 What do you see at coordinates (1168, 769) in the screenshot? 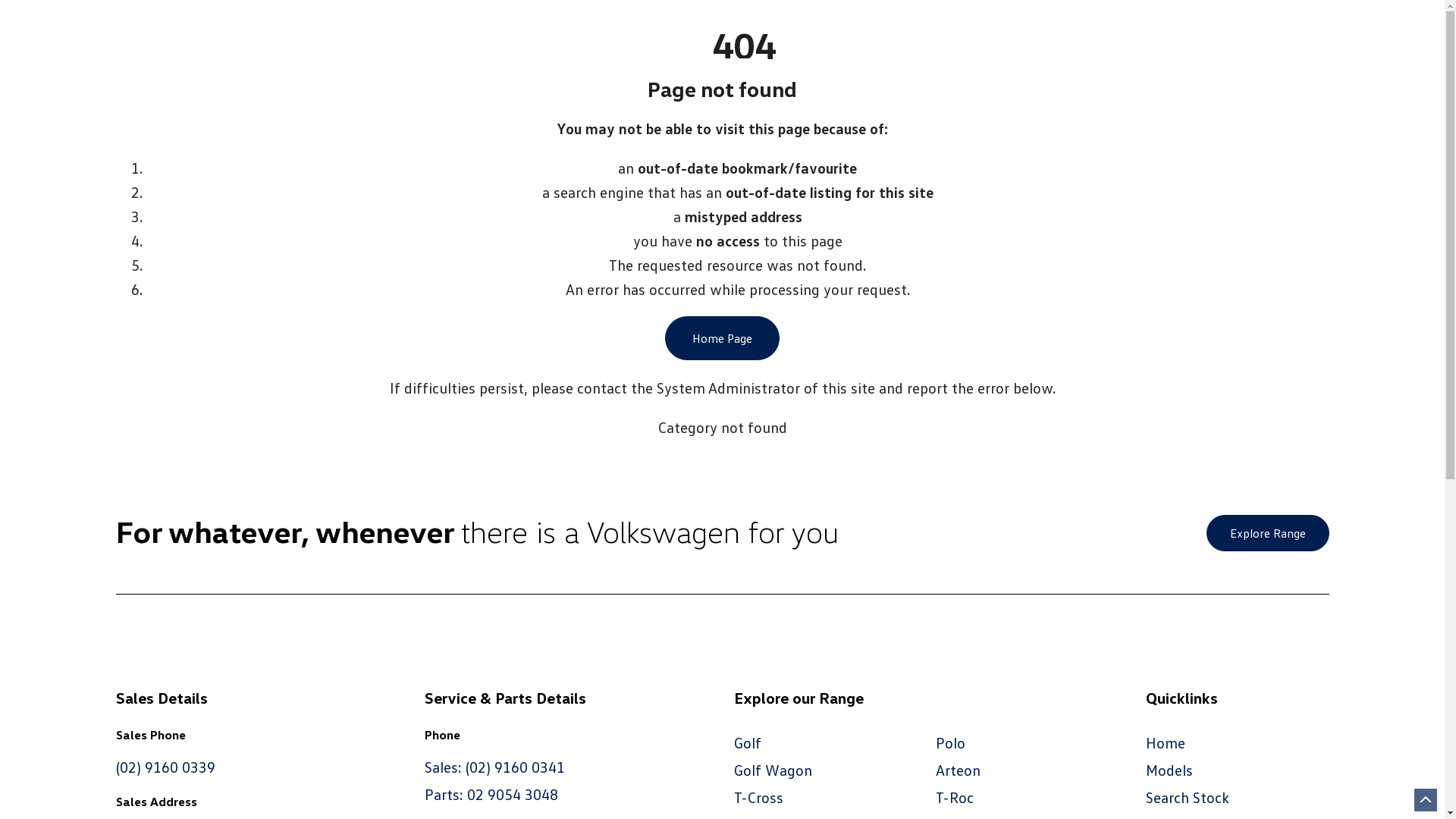
I see `'Models'` at bounding box center [1168, 769].